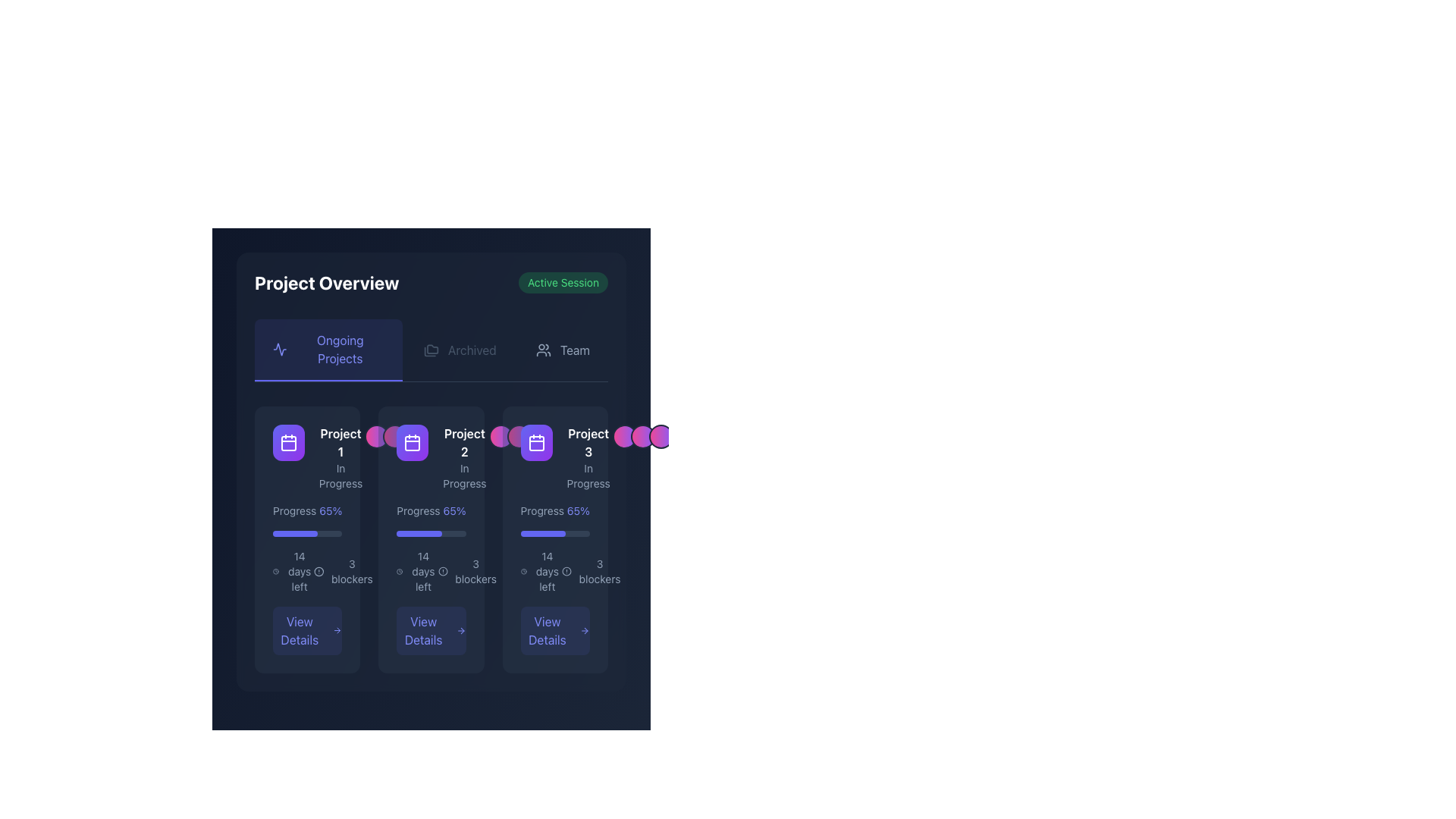 This screenshot has height=819, width=1456. Describe the element at coordinates (340, 457) in the screenshot. I see `the text label that displays the project name 'Project 1' and its status 'In Progress', located in the first column of the project cards section` at that location.